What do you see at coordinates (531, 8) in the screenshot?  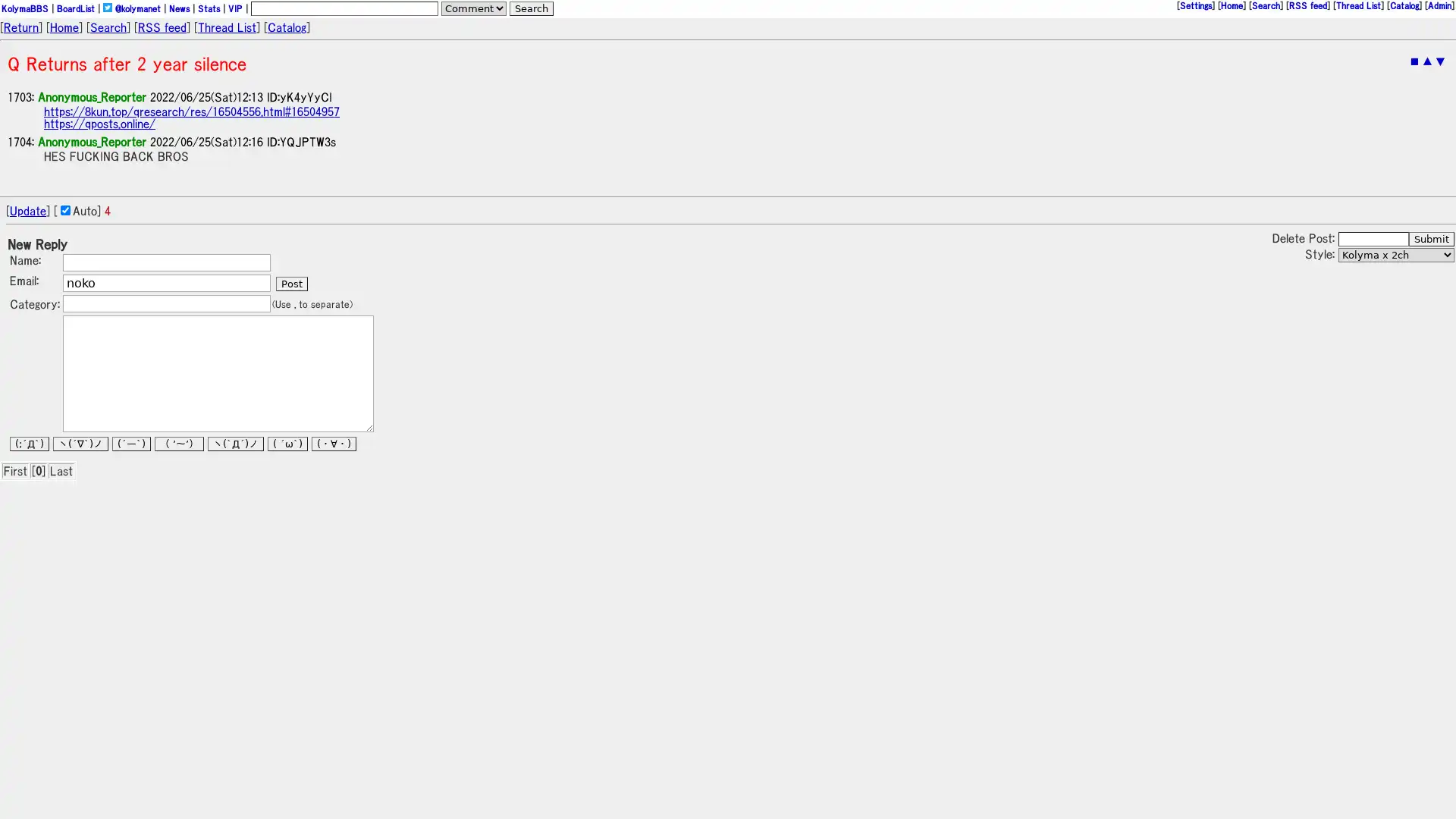 I see `Search` at bounding box center [531, 8].